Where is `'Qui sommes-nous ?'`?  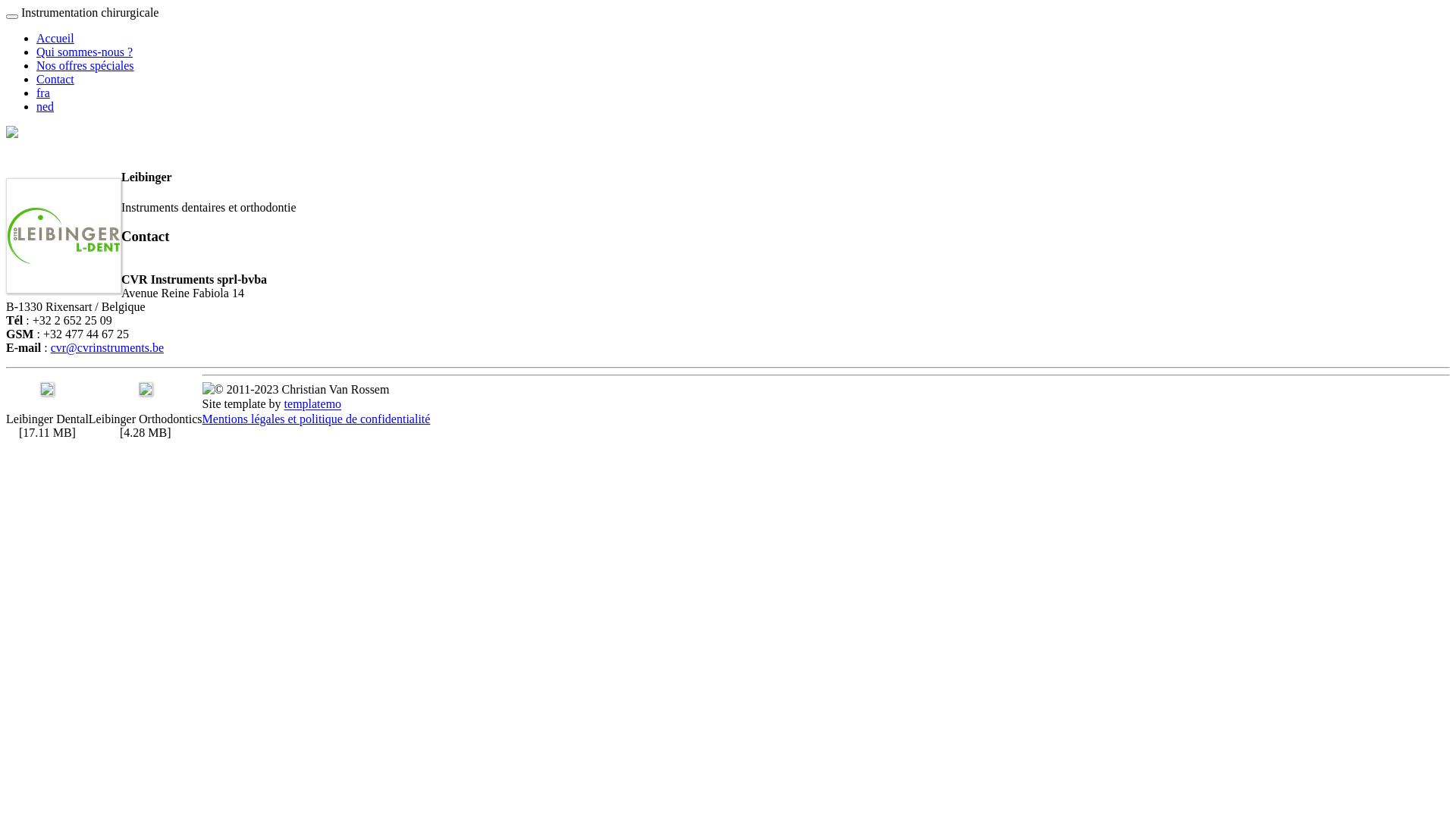 'Qui sommes-nous ?' is located at coordinates (83, 51).